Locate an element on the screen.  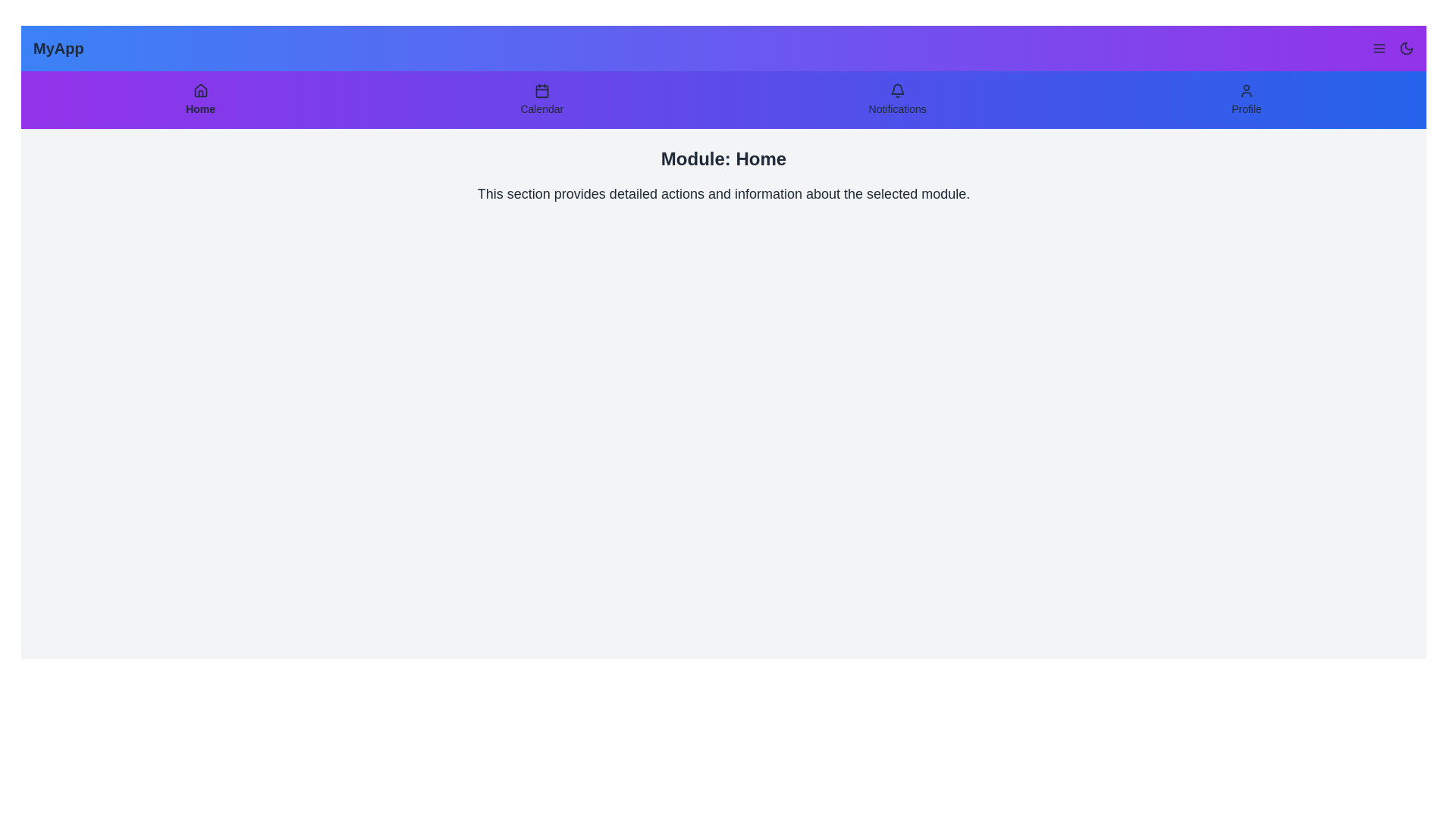
the text 'Module: Home' displayed in the main content area is located at coordinates (723, 158).